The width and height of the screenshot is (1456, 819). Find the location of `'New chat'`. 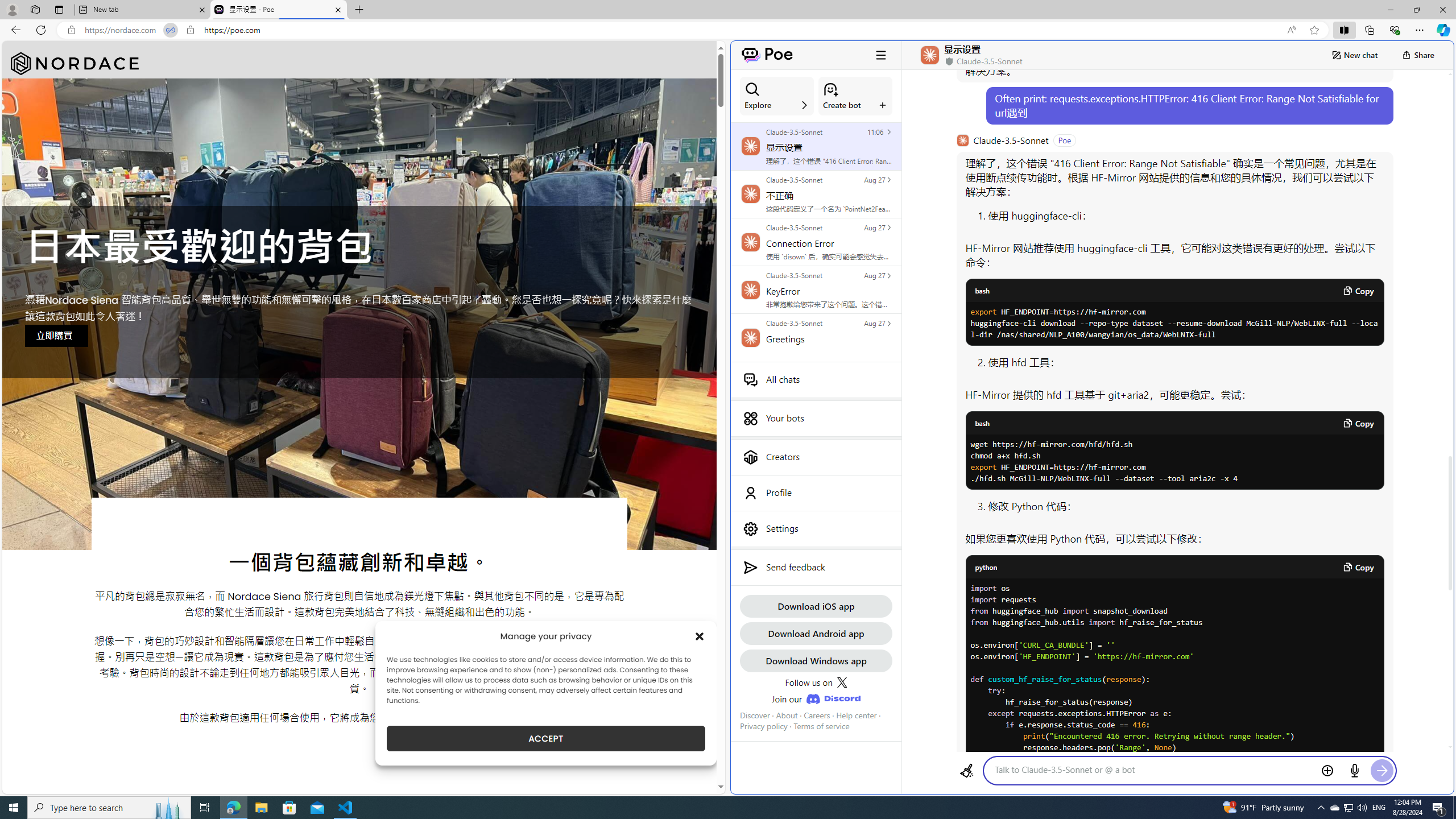

'New chat' is located at coordinates (1354, 54).